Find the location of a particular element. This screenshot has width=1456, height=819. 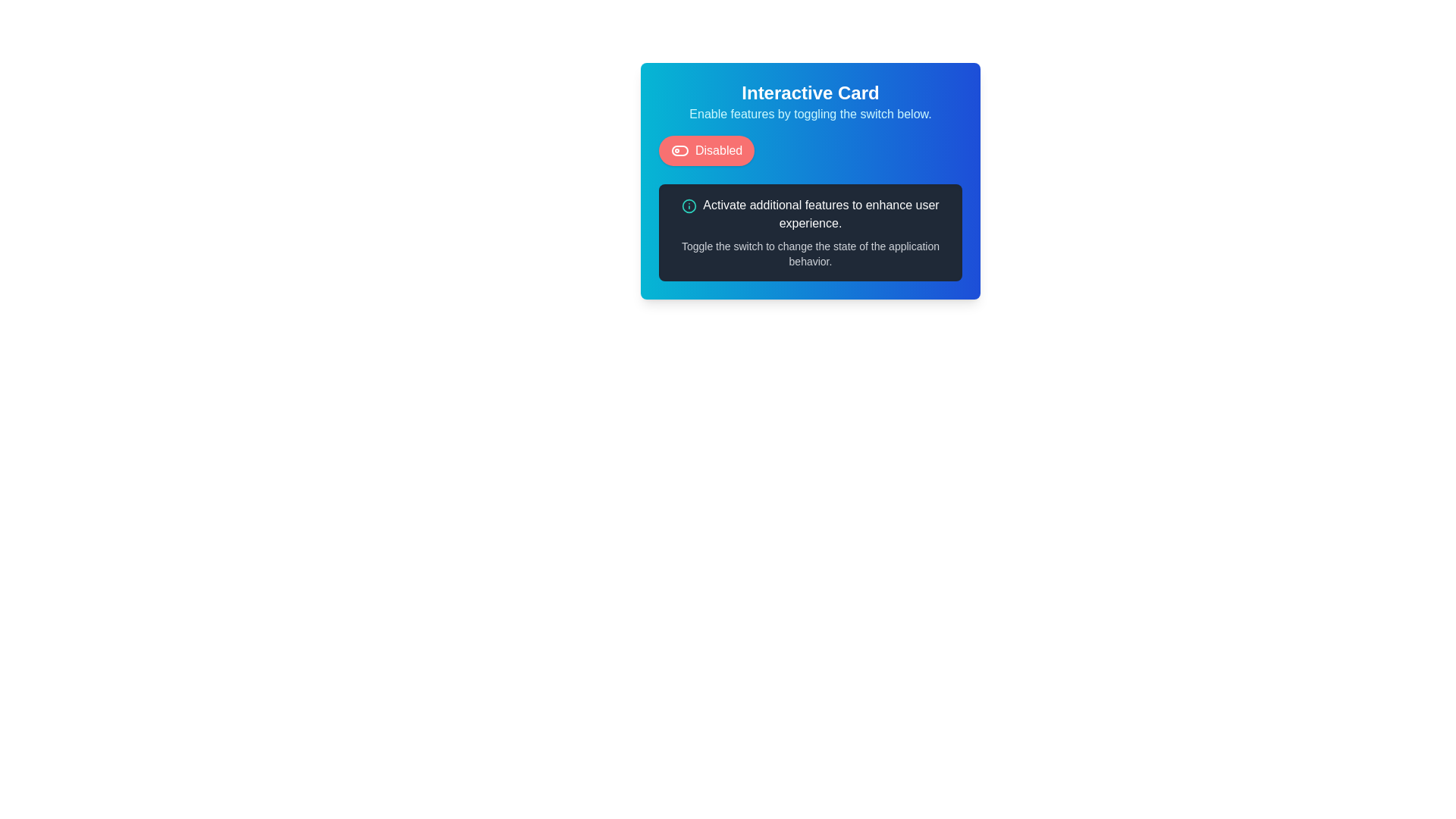

the text block that serves as the title and brief instruction for the card, located at the top of the card with a gradient background from cyan to blue is located at coordinates (810, 102).